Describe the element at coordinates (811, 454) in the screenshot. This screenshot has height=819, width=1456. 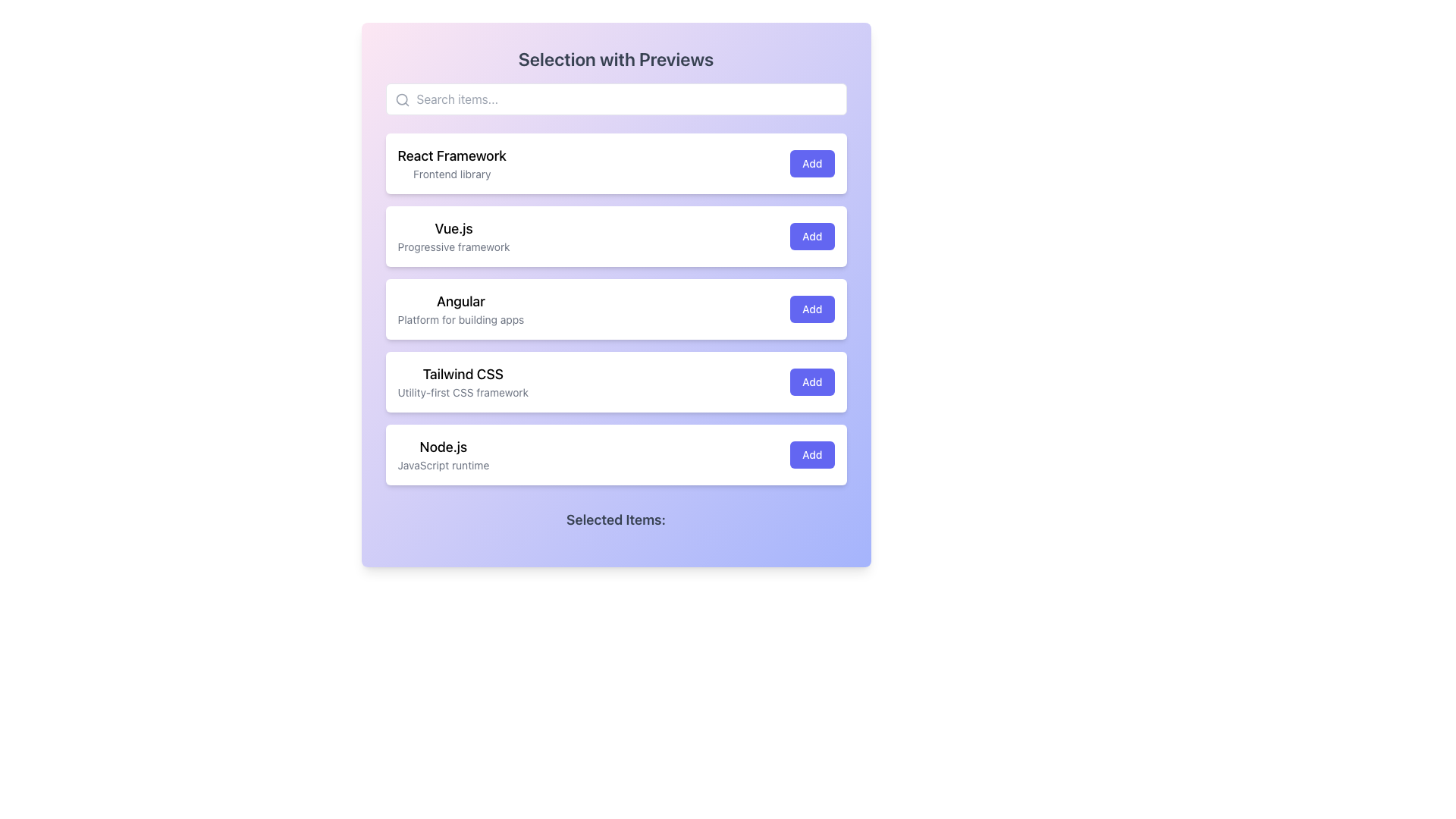
I see `the 'Add' button, which is a rectangular button with white text on a blue background, located to the far right within the 'Node.js' section` at that location.